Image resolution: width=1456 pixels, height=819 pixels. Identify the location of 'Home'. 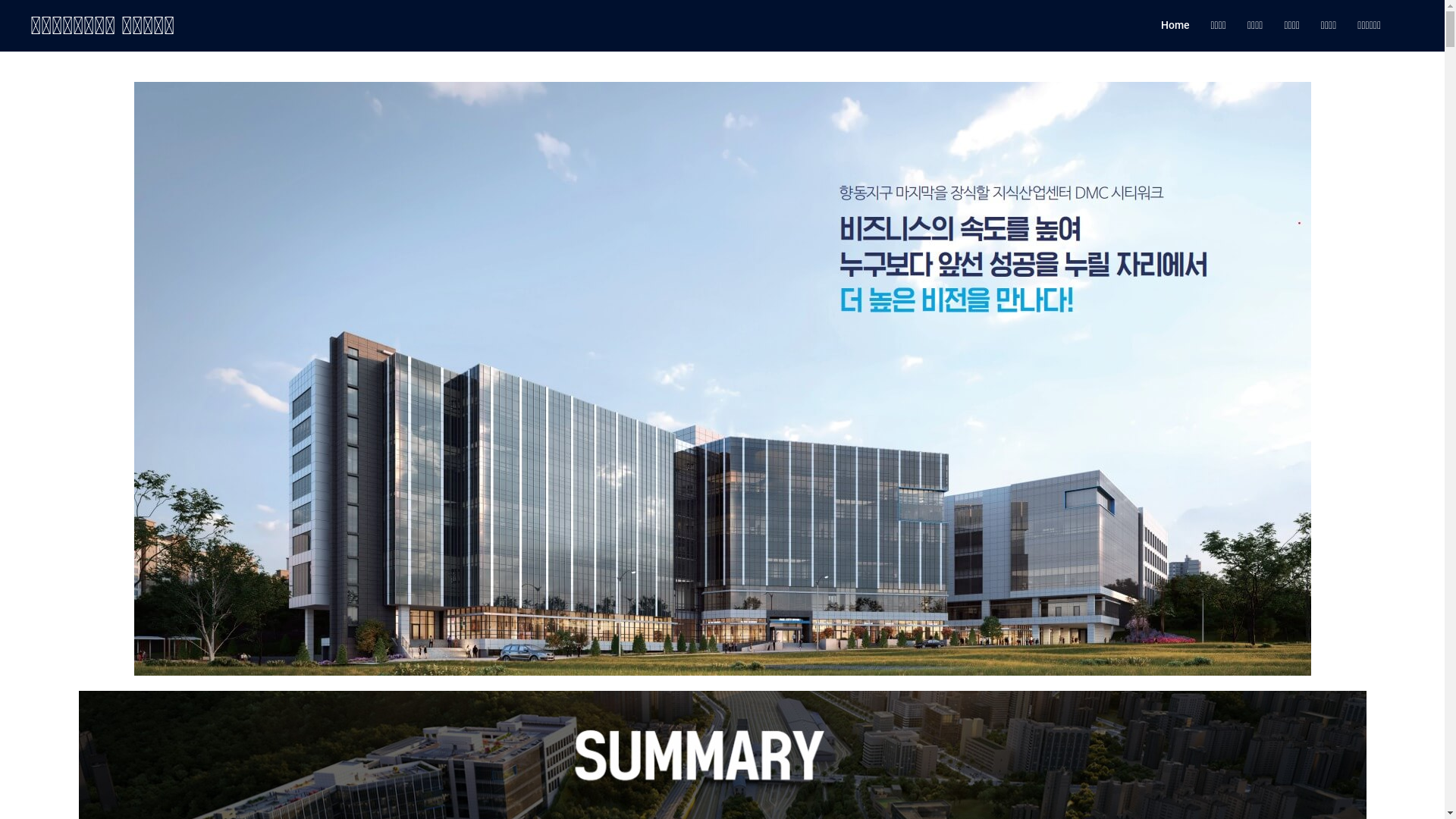
(1159, 26).